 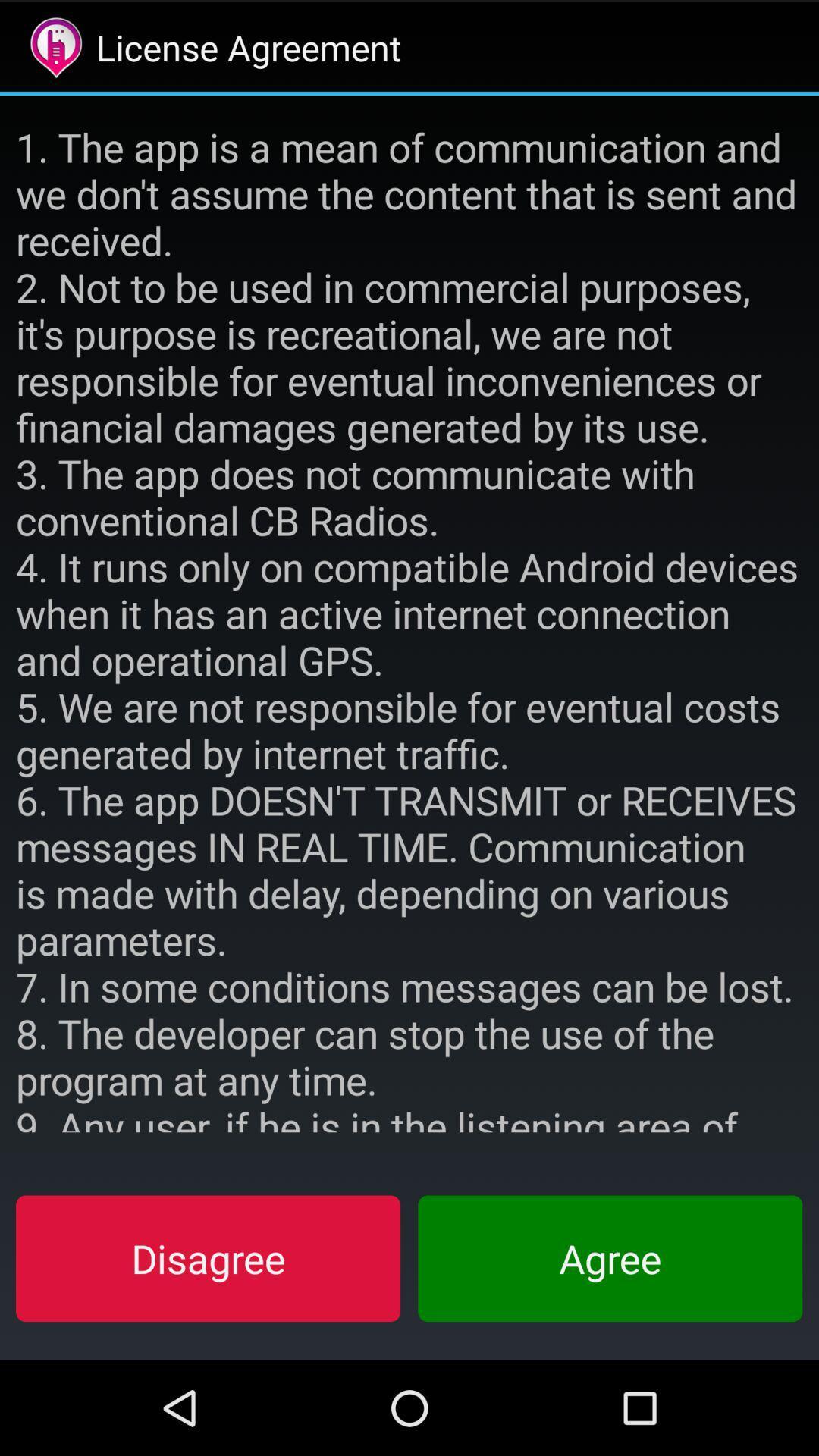 What do you see at coordinates (208, 1258) in the screenshot?
I see `button next to agree button` at bounding box center [208, 1258].